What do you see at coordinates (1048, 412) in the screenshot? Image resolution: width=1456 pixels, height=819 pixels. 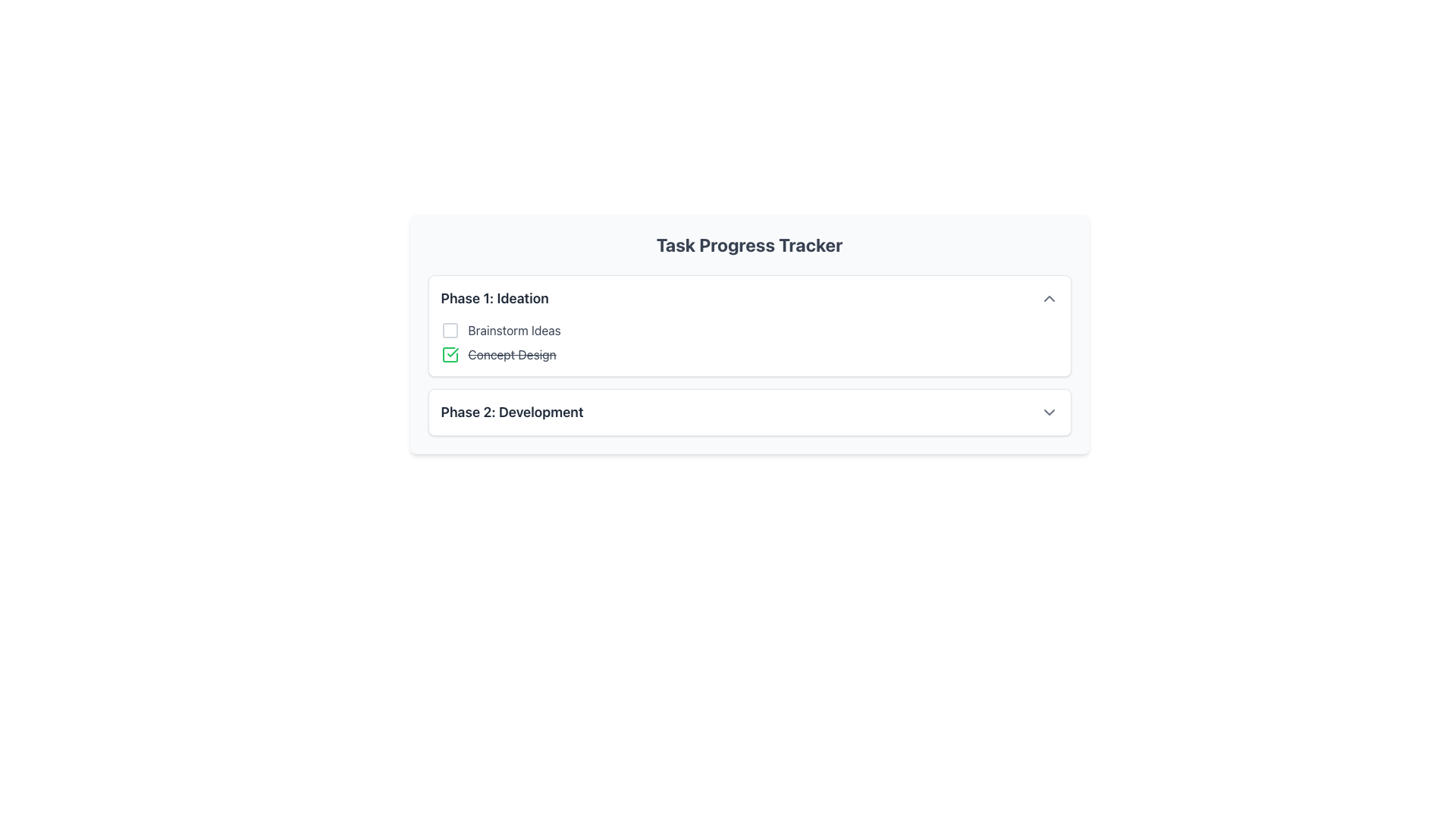 I see `the downward-pointing chevron icon button located to the right of the text 'Phase 2: Development'` at bounding box center [1048, 412].